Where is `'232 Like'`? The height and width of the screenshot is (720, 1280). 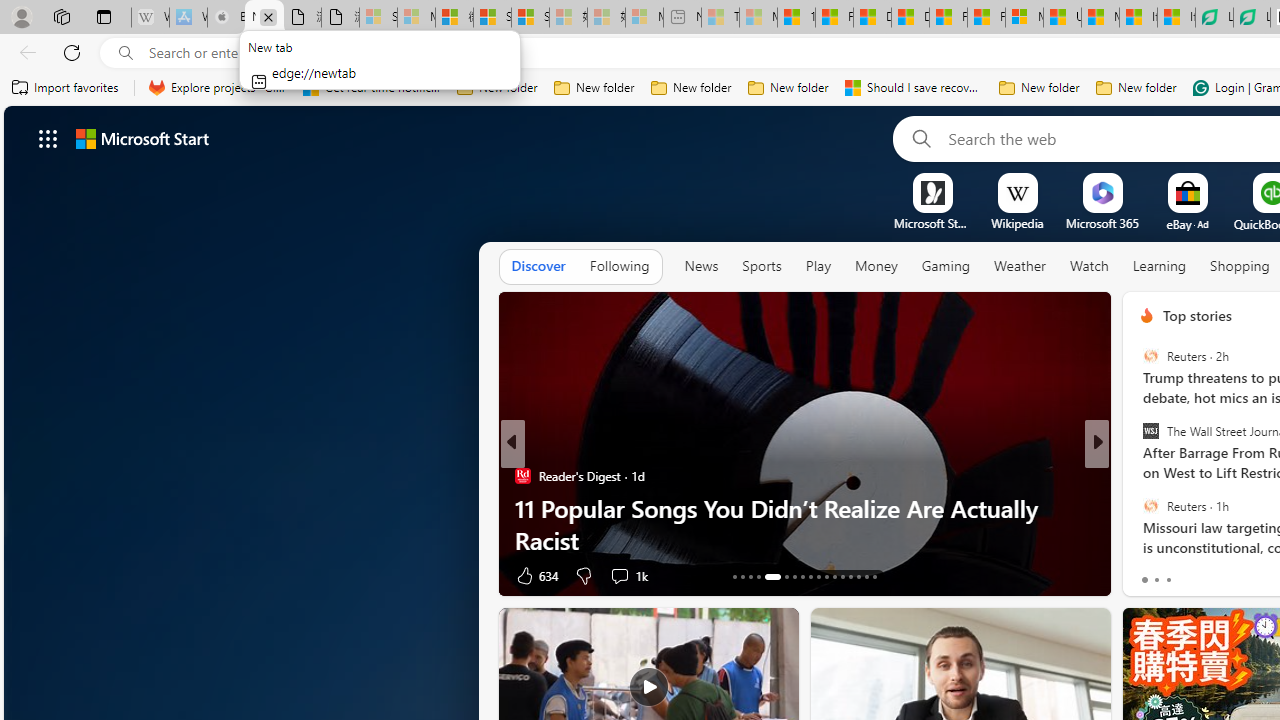
'232 Like' is located at coordinates (1152, 575).